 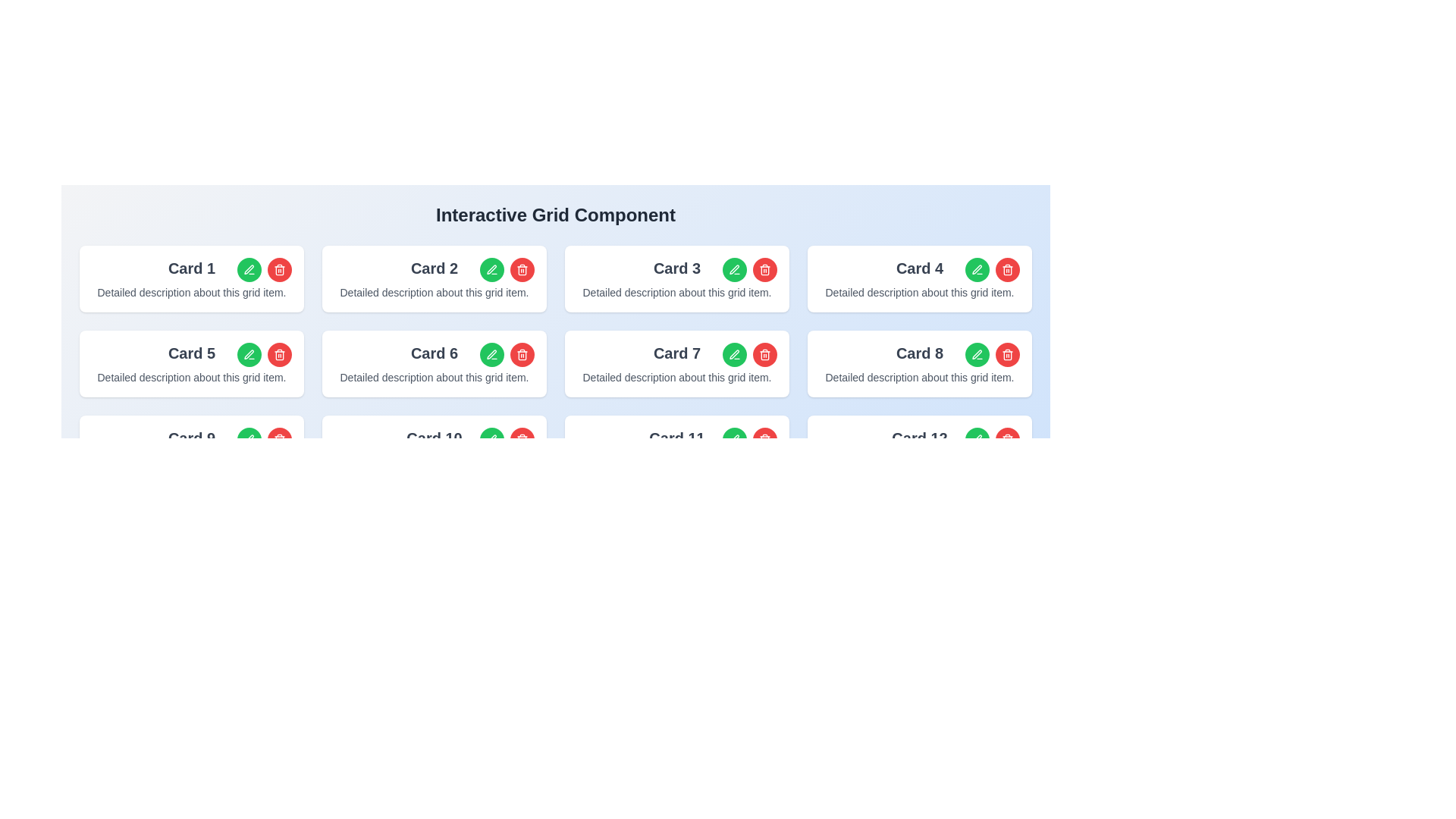 I want to click on the edit button located in the top-right corner of the fifth card in the grid, which is the leftmost button among the pair of buttons, so click(x=249, y=354).